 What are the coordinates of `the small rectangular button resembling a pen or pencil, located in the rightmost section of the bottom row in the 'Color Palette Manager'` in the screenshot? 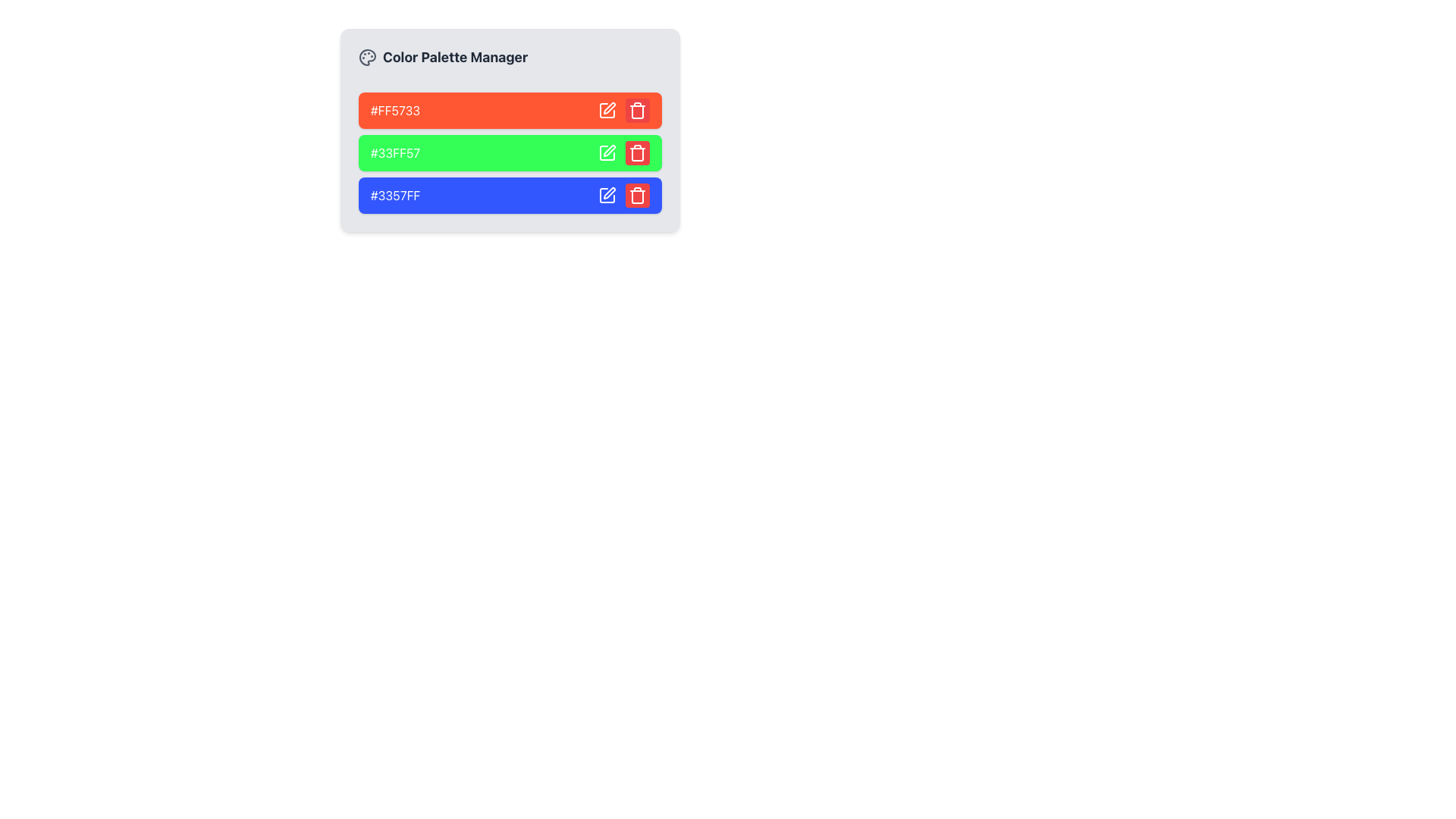 It's located at (607, 195).